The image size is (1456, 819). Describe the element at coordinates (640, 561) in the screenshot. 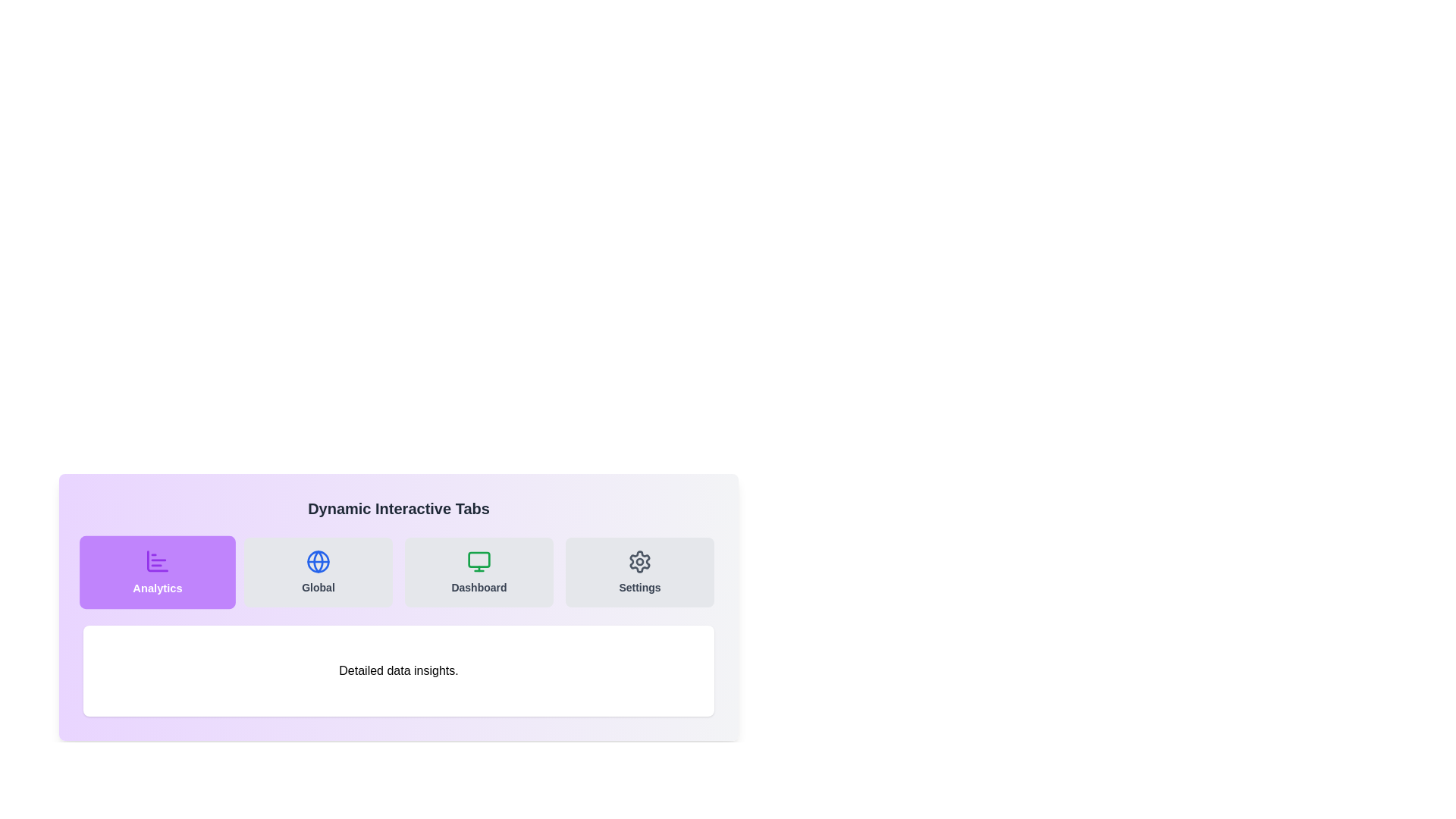

I see `the gear icon located at the far right in the top row of tabs within the 'Dynamic Interactive Tabs' section` at that location.